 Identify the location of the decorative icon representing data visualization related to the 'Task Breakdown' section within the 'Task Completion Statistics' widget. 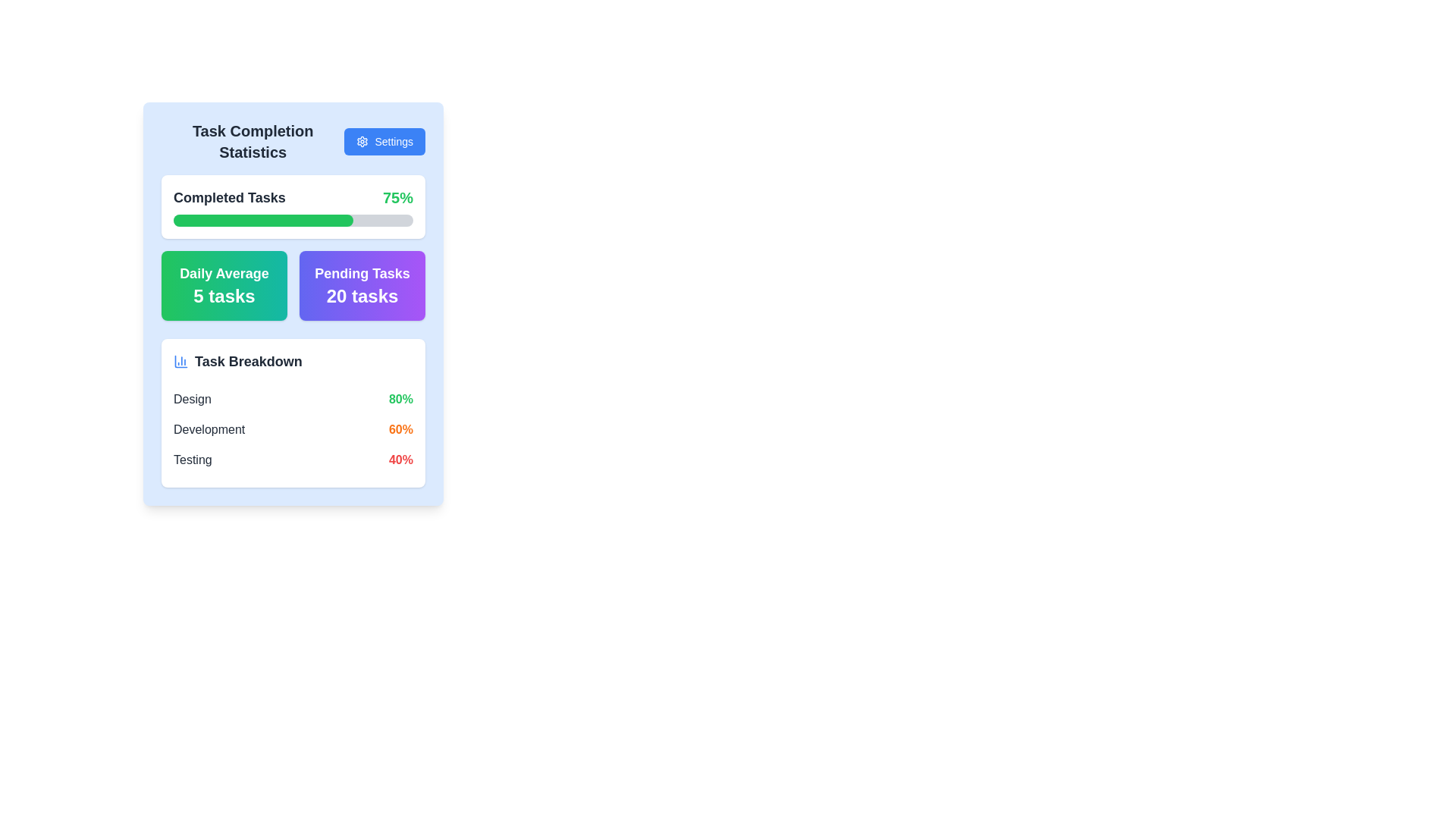
(181, 362).